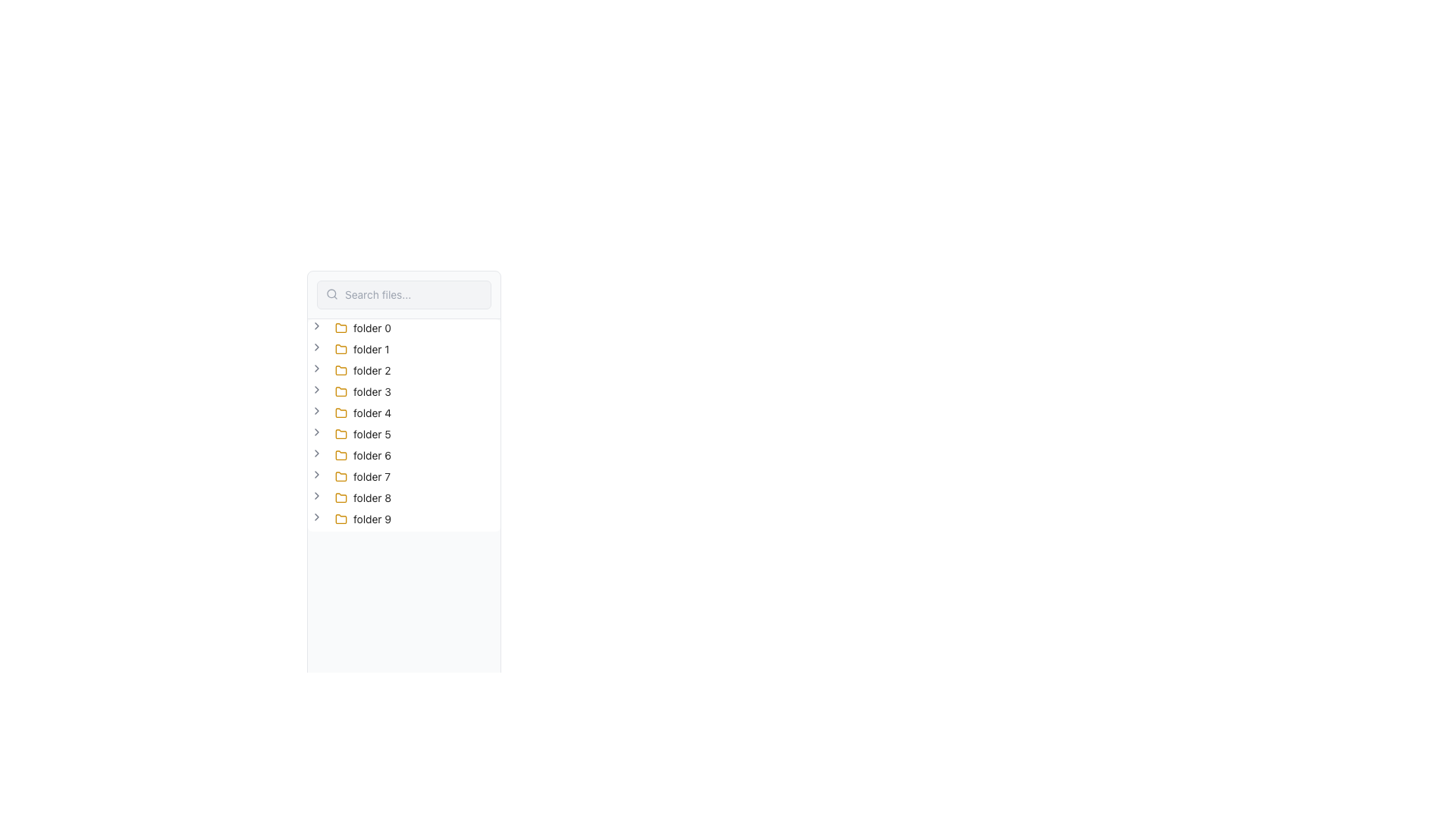  Describe the element at coordinates (371, 350) in the screenshot. I see `the label associated with the second folder in the vertical list, located` at that location.